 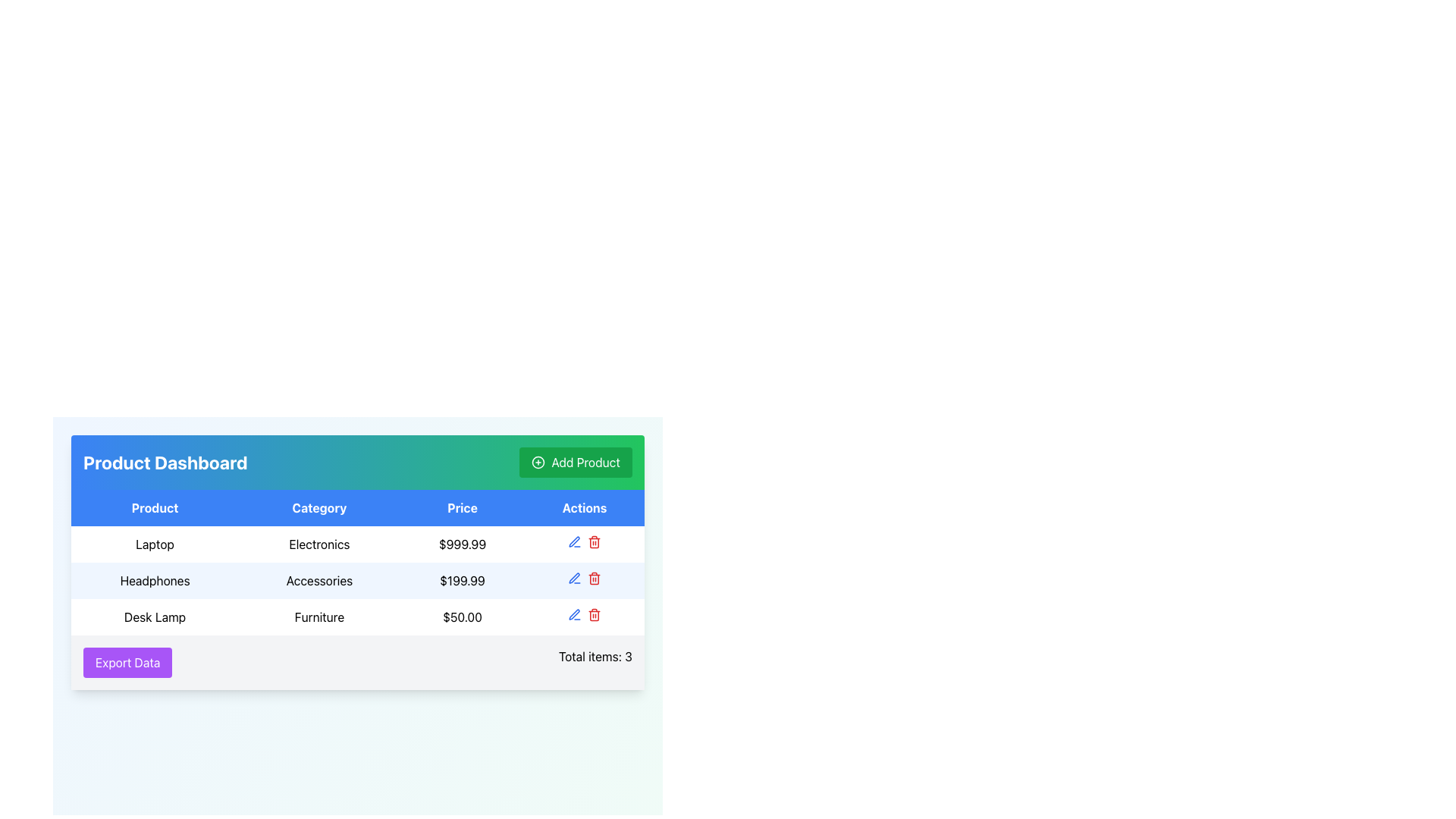 What do you see at coordinates (318, 580) in the screenshot?
I see `label indicating the category of the product in the second row under the 'Category' column of the table, positioned between 'Headphones' and '$199.99'` at bounding box center [318, 580].